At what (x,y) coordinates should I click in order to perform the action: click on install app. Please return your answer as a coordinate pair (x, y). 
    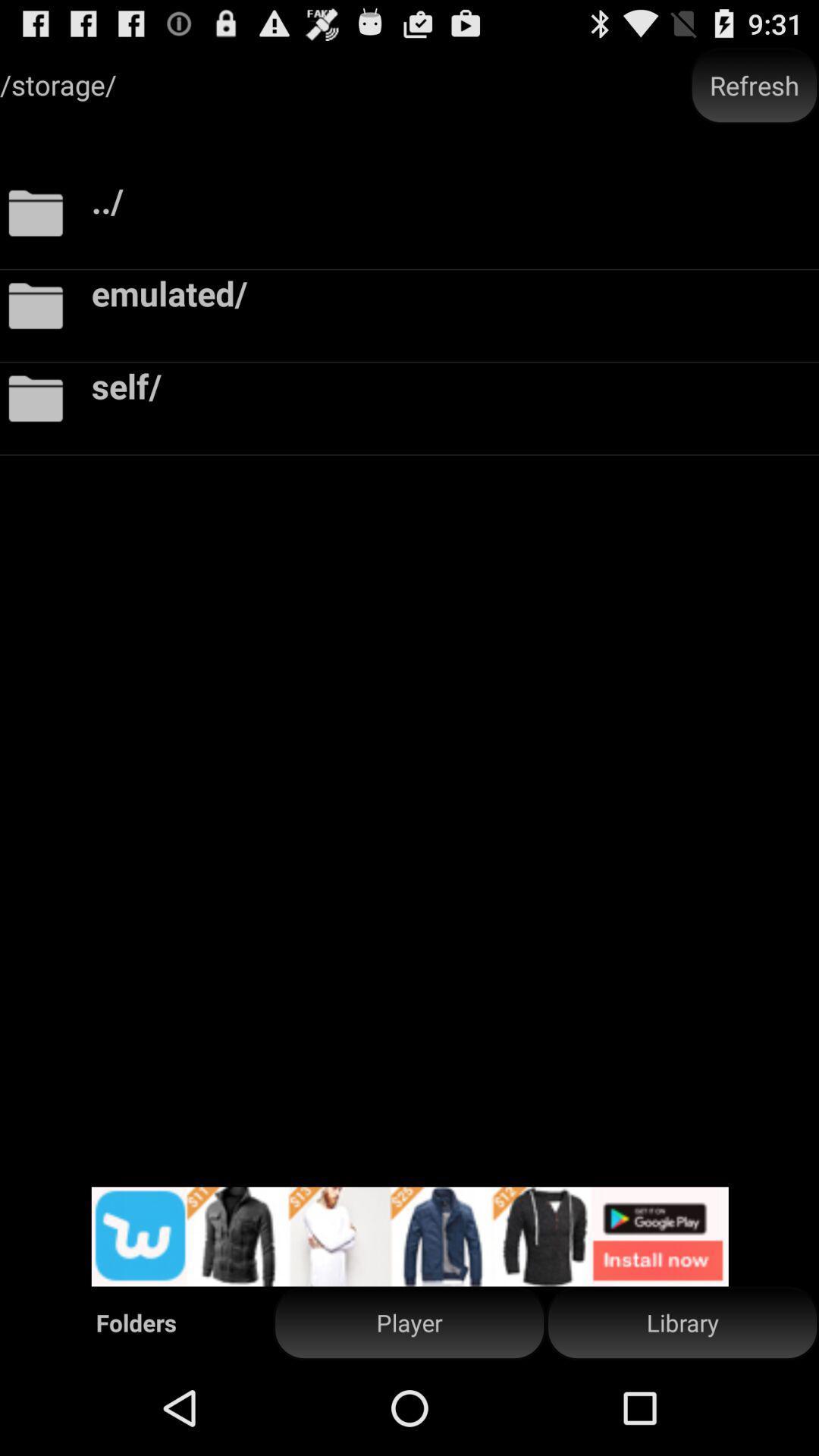
    Looking at the image, I should click on (409, 1236).